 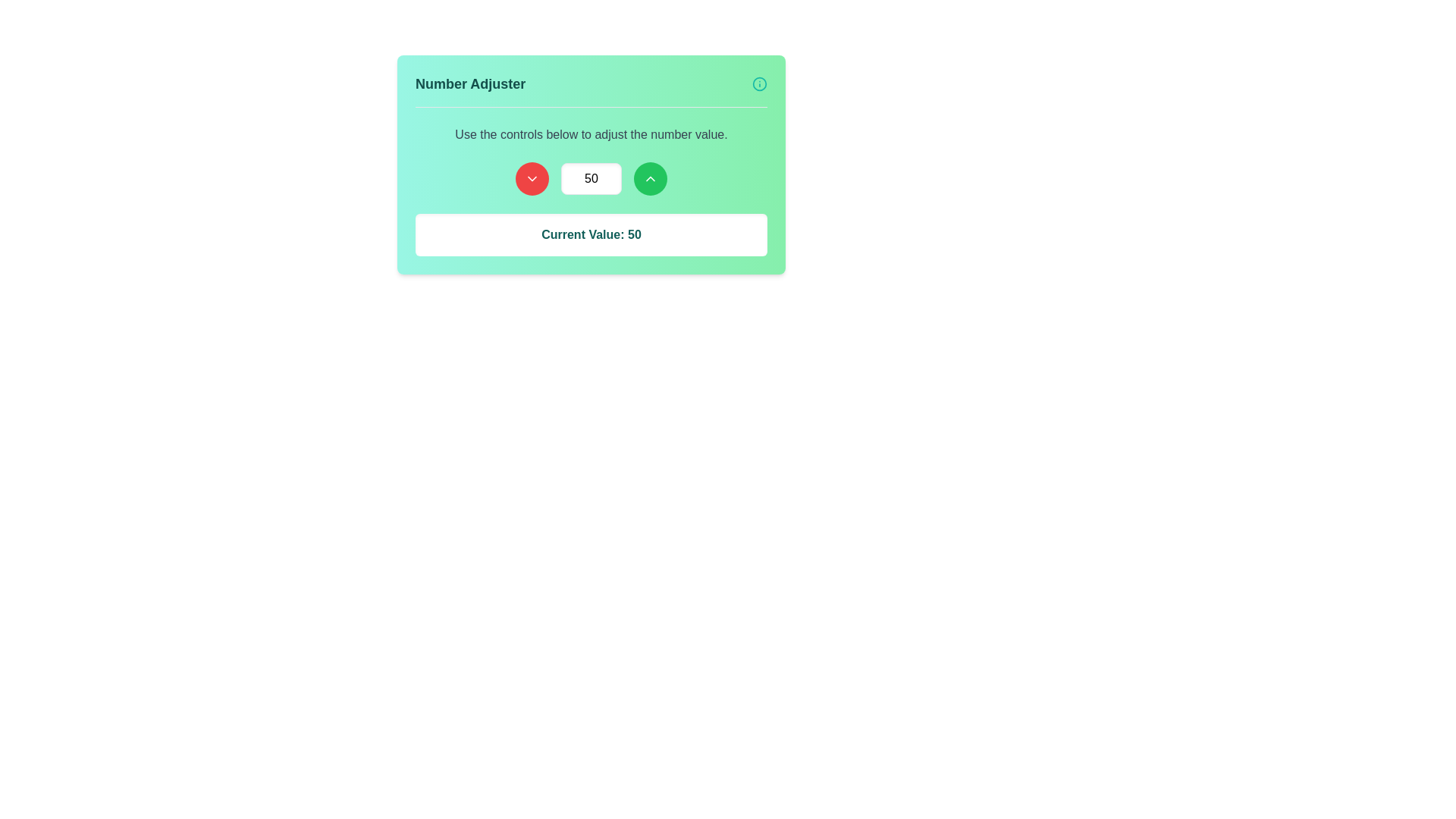 I want to click on the increment button icon located centrally within the circular button to the right of the number input field to increase the numerical value, so click(x=651, y=177).